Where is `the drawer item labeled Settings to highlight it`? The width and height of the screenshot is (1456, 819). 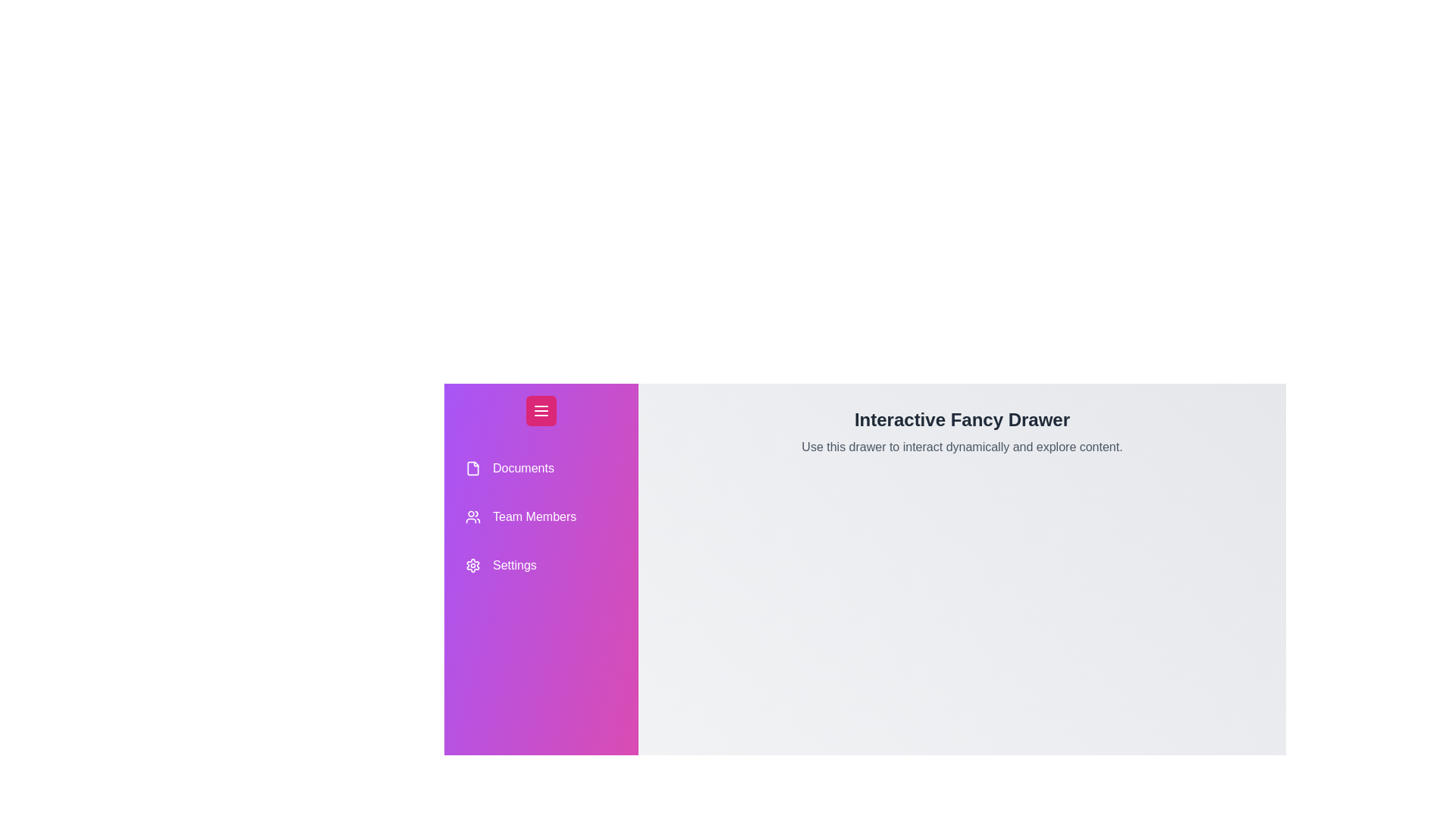 the drawer item labeled Settings to highlight it is located at coordinates (541, 565).